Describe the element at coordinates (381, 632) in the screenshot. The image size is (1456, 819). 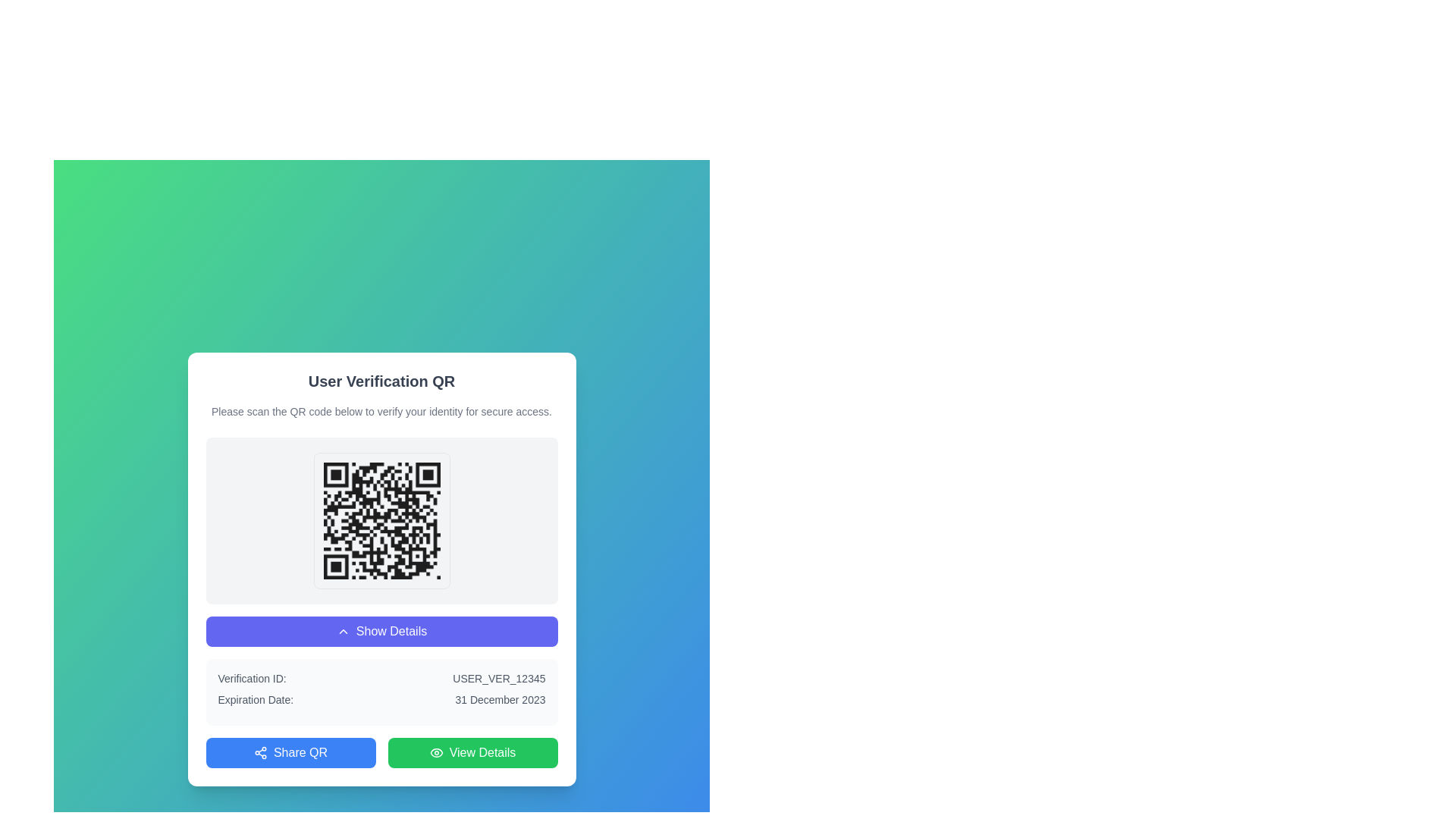
I see `the sixth button that toggles additional details related to the QR code, located below the QR code area` at that location.